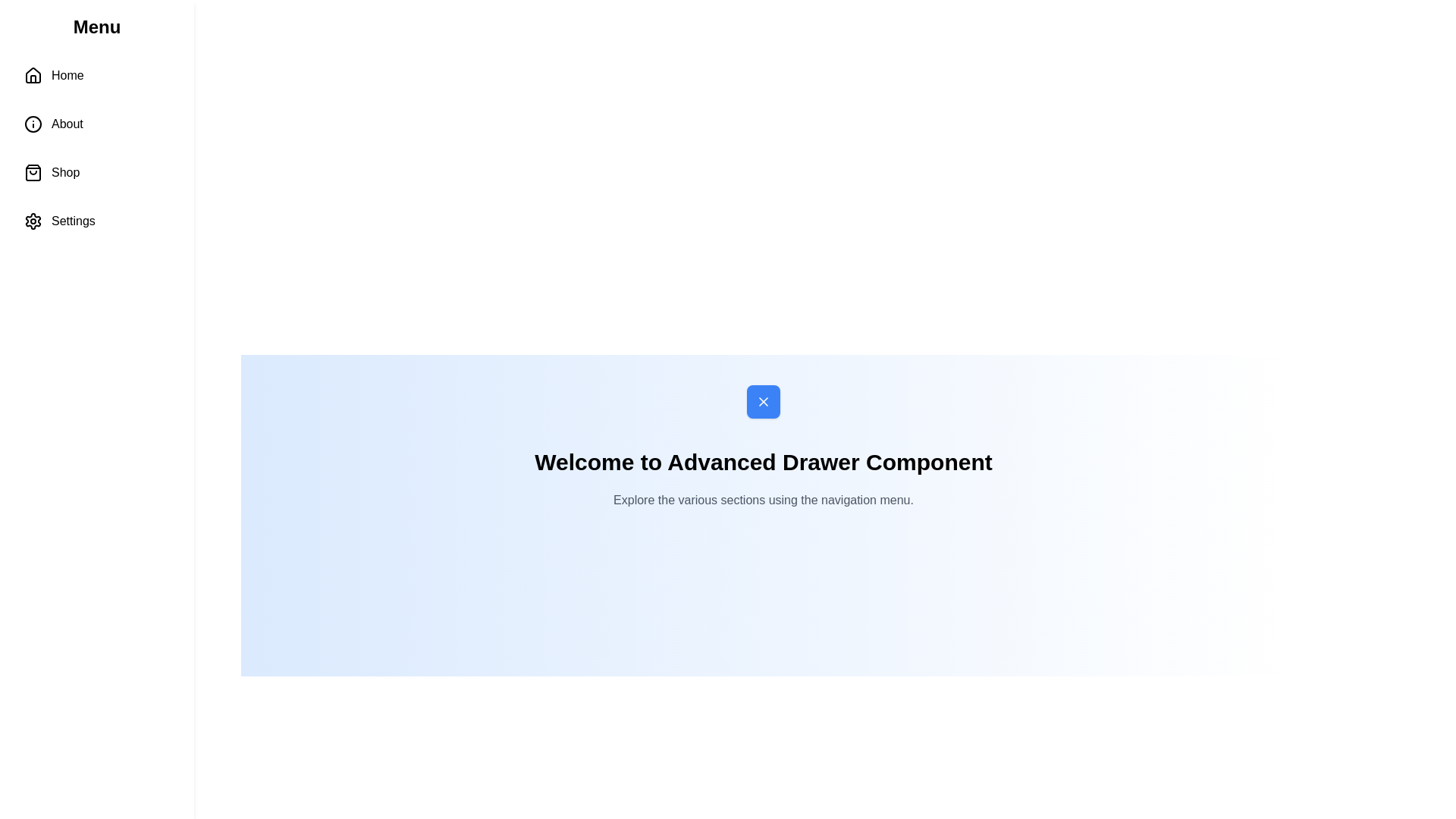  I want to click on the blue rectangular button with rounded corners that contains a white 'x' icon to observe visual feedback, so click(764, 400).